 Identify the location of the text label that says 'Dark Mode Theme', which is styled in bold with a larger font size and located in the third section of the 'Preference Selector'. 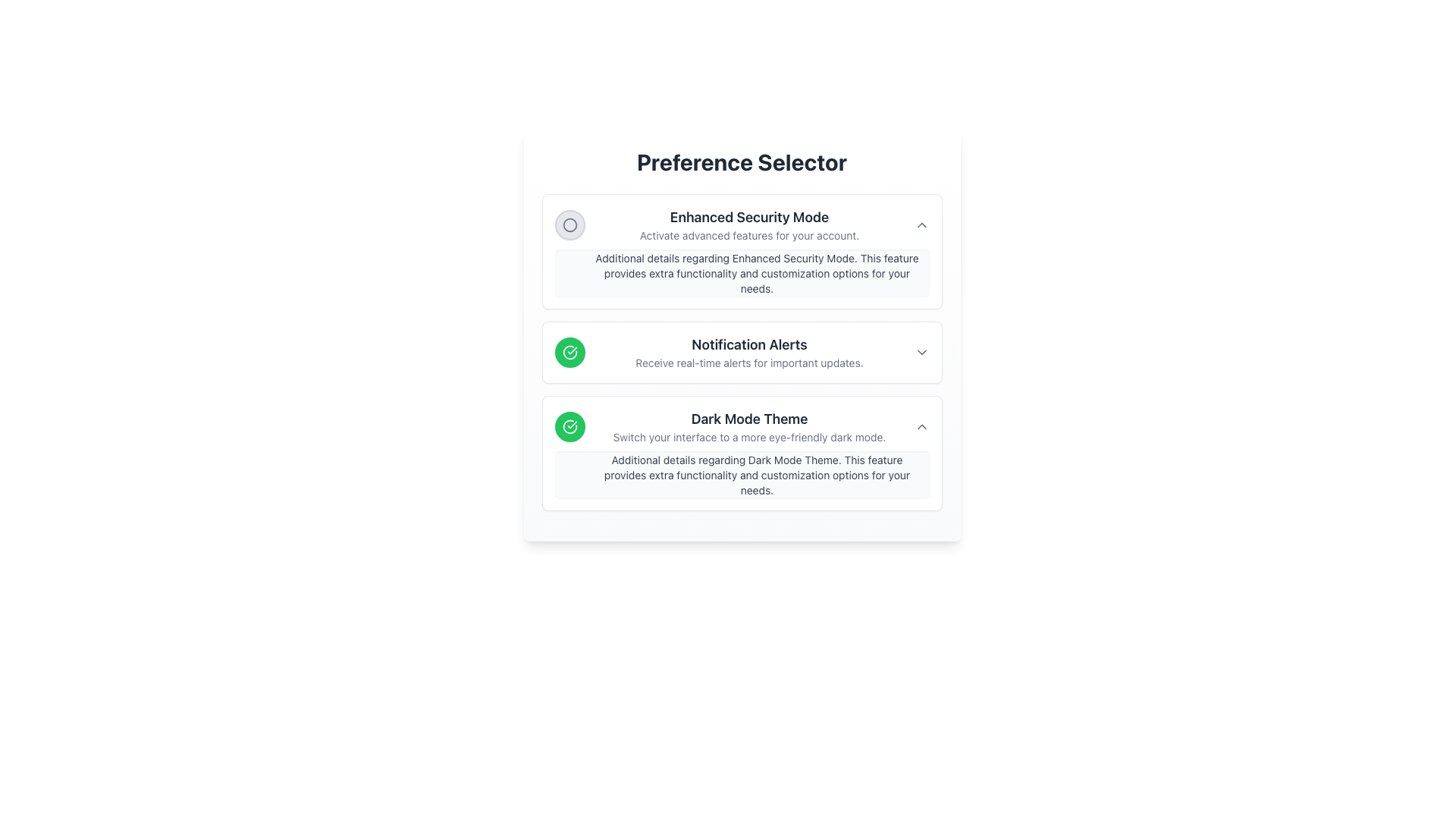
(749, 419).